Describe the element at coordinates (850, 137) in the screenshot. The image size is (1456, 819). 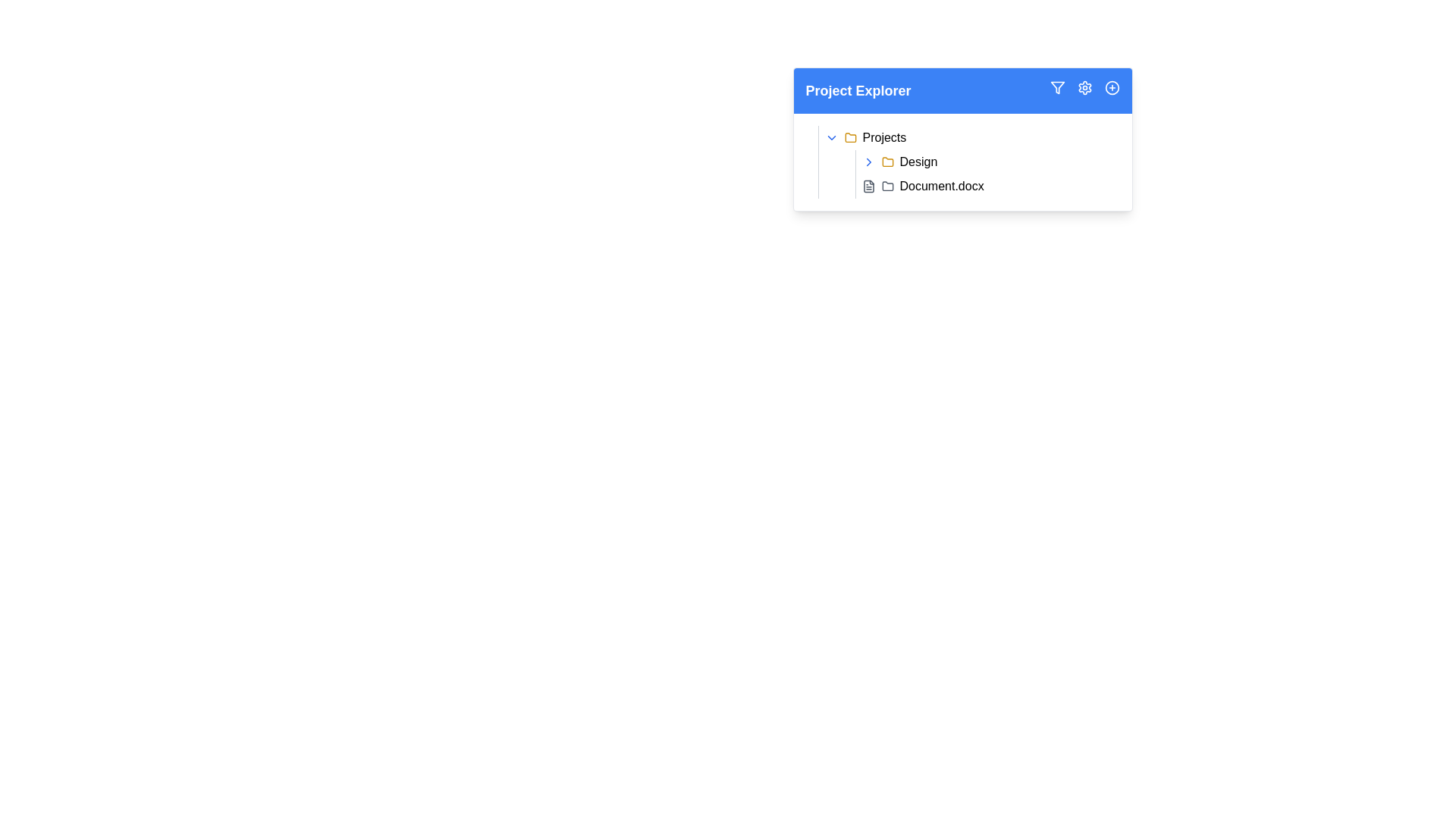
I see `the folder icon located to the left of the 'Projects' label in the 'Project Explorer' section by clicking on it` at that location.